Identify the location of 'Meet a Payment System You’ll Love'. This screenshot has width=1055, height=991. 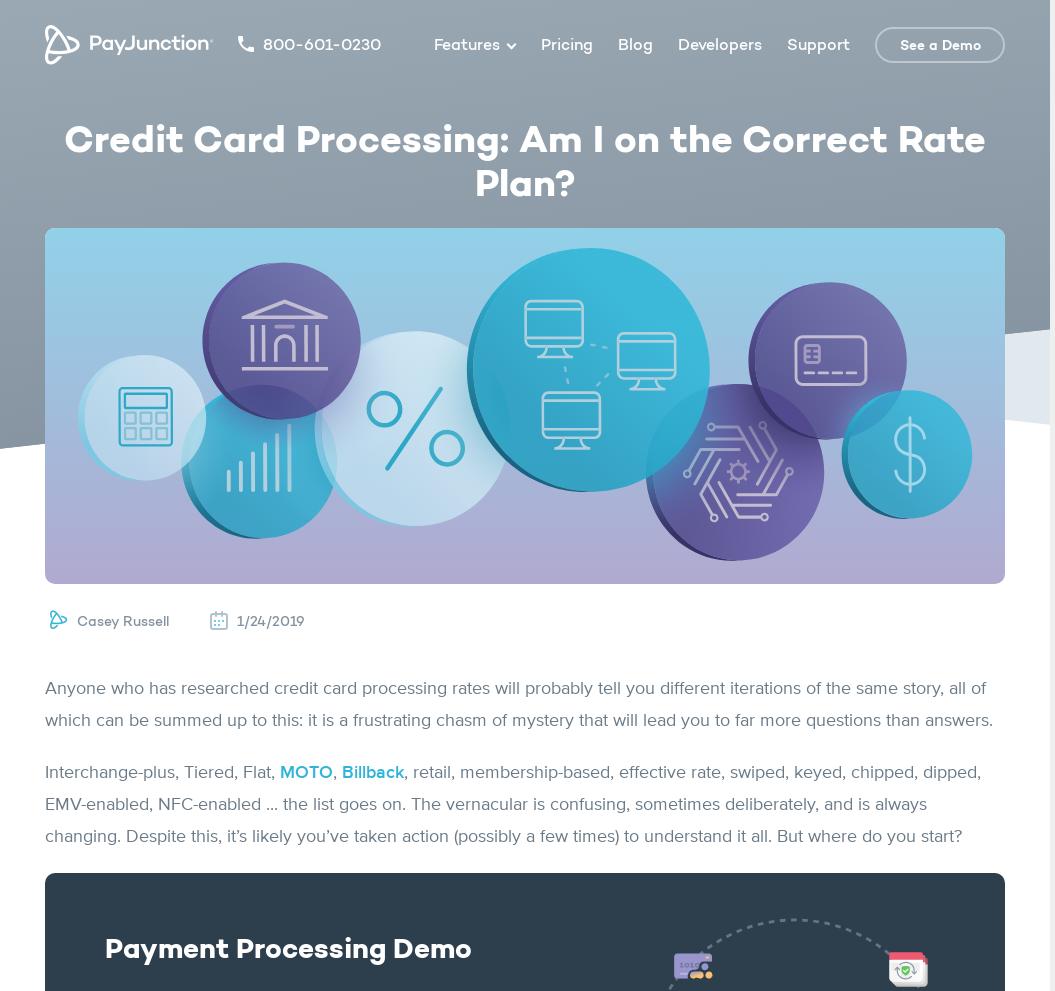
(524, 711).